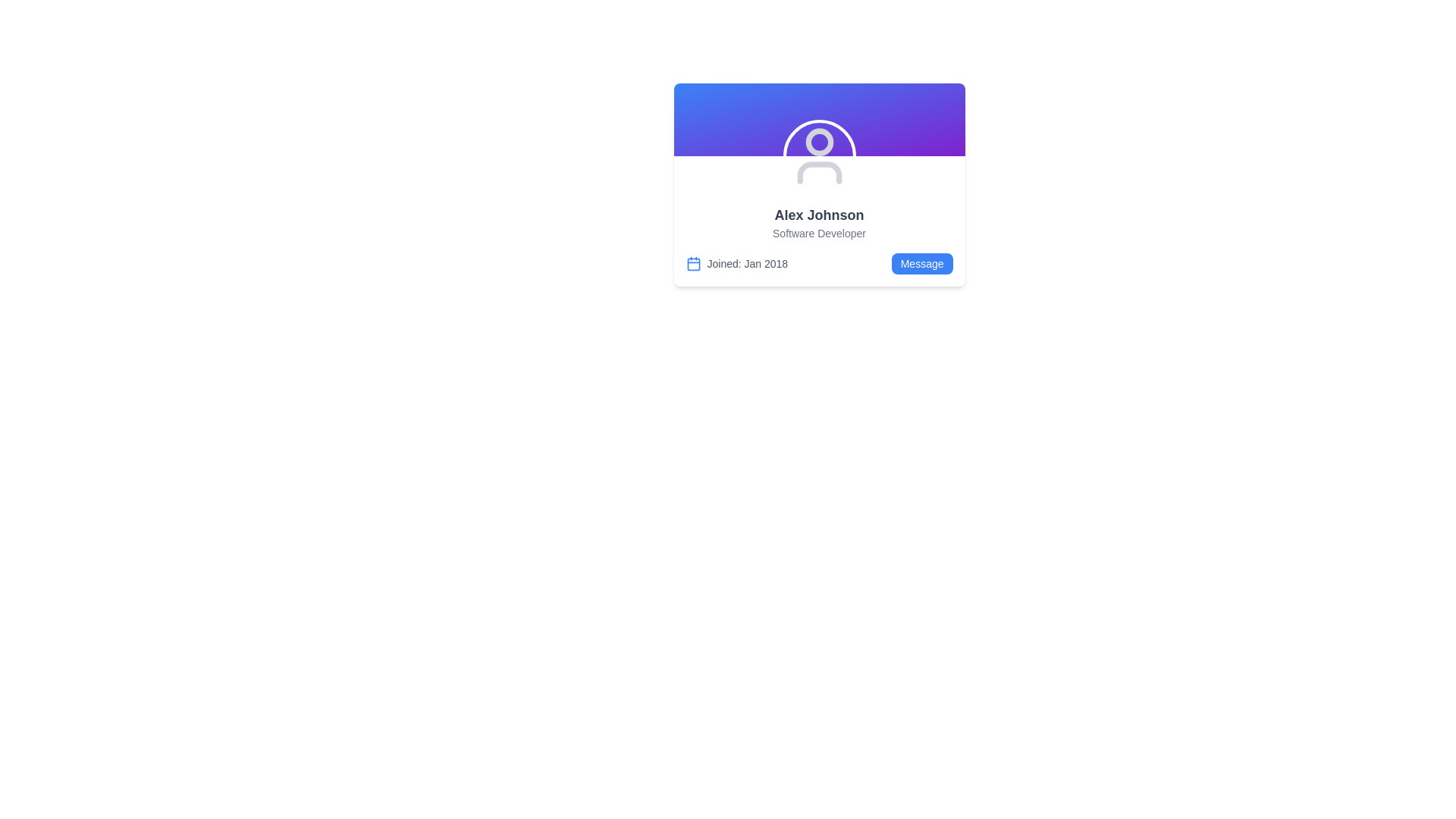 The height and width of the screenshot is (819, 1456). I want to click on the circular avatar display area, which features a gray user silhouette icon, so click(818, 155).